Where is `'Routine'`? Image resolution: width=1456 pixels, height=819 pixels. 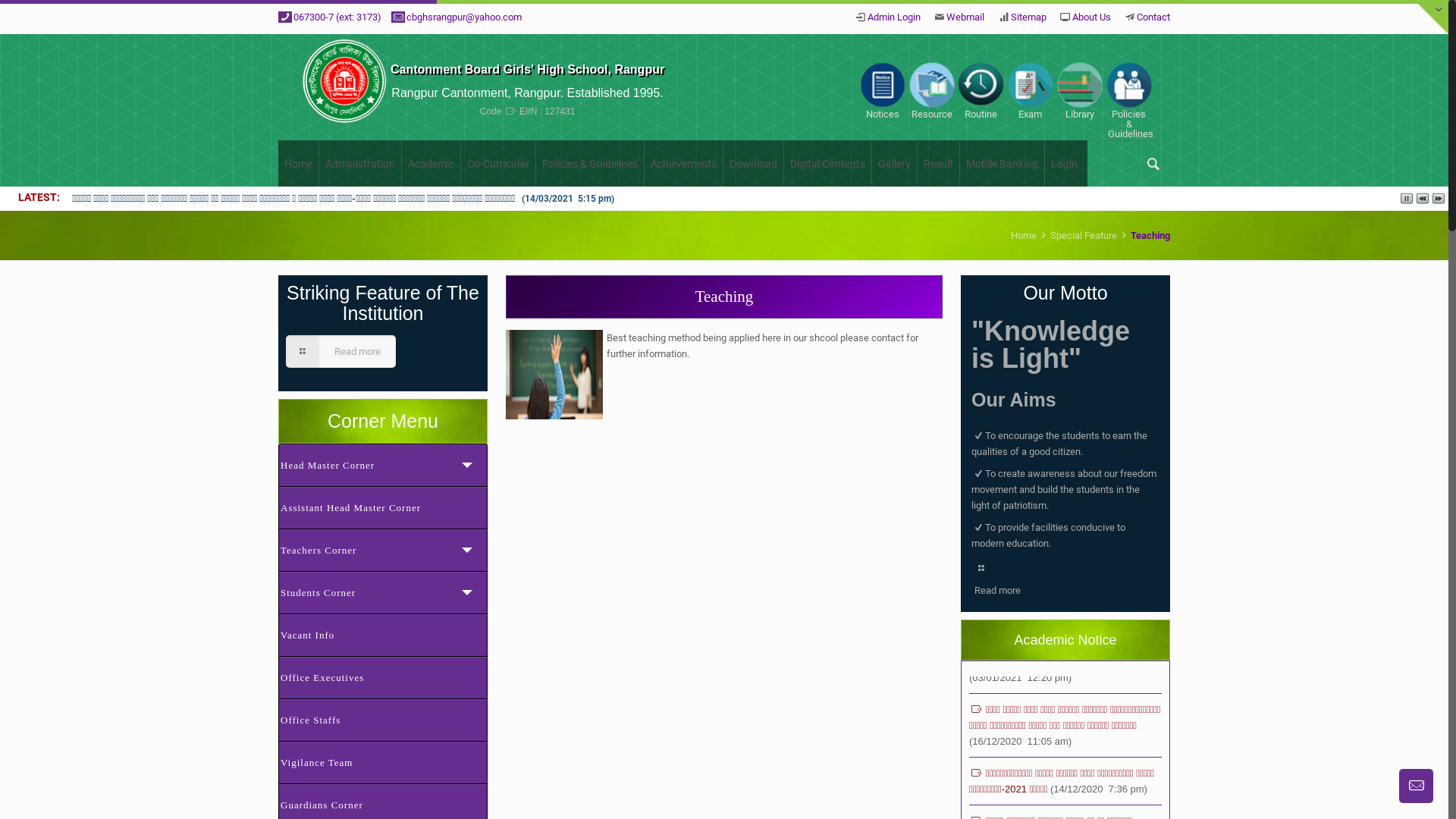 'Routine' is located at coordinates (981, 90).